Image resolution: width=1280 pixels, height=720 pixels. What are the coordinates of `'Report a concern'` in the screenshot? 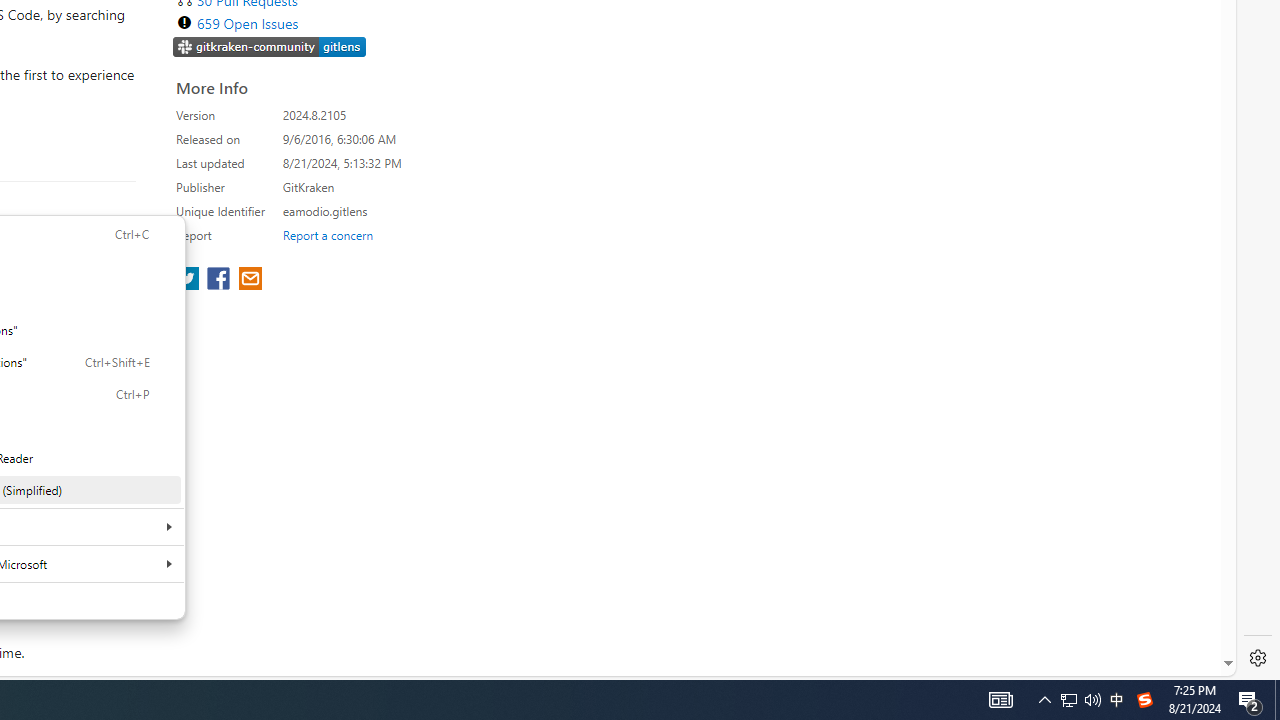 It's located at (327, 234).